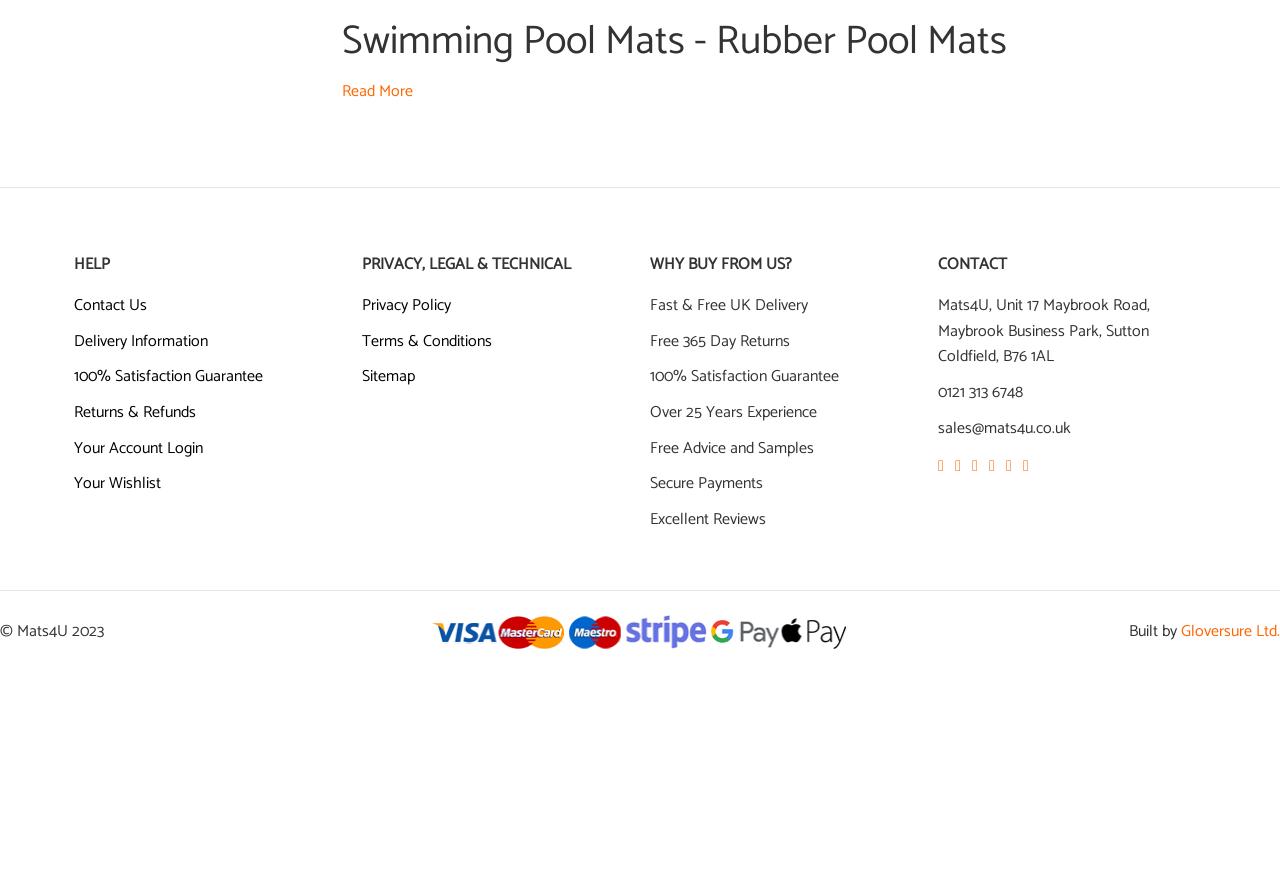  Describe the element at coordinates (342, 154) in the screenshot. I see `'Swimming pool mats and poolside matting is needed because the side of swimming pools and the surrounding areas are renowned for having wet and slippery floors. Using appropriate wet-area swimming pool mats can help to prevent dangerous slip and fall accidents around the pool. Pool mats have a non slip surface to provide traction underfoot and are also comfortable to walk on in bare feet.'` at that location.